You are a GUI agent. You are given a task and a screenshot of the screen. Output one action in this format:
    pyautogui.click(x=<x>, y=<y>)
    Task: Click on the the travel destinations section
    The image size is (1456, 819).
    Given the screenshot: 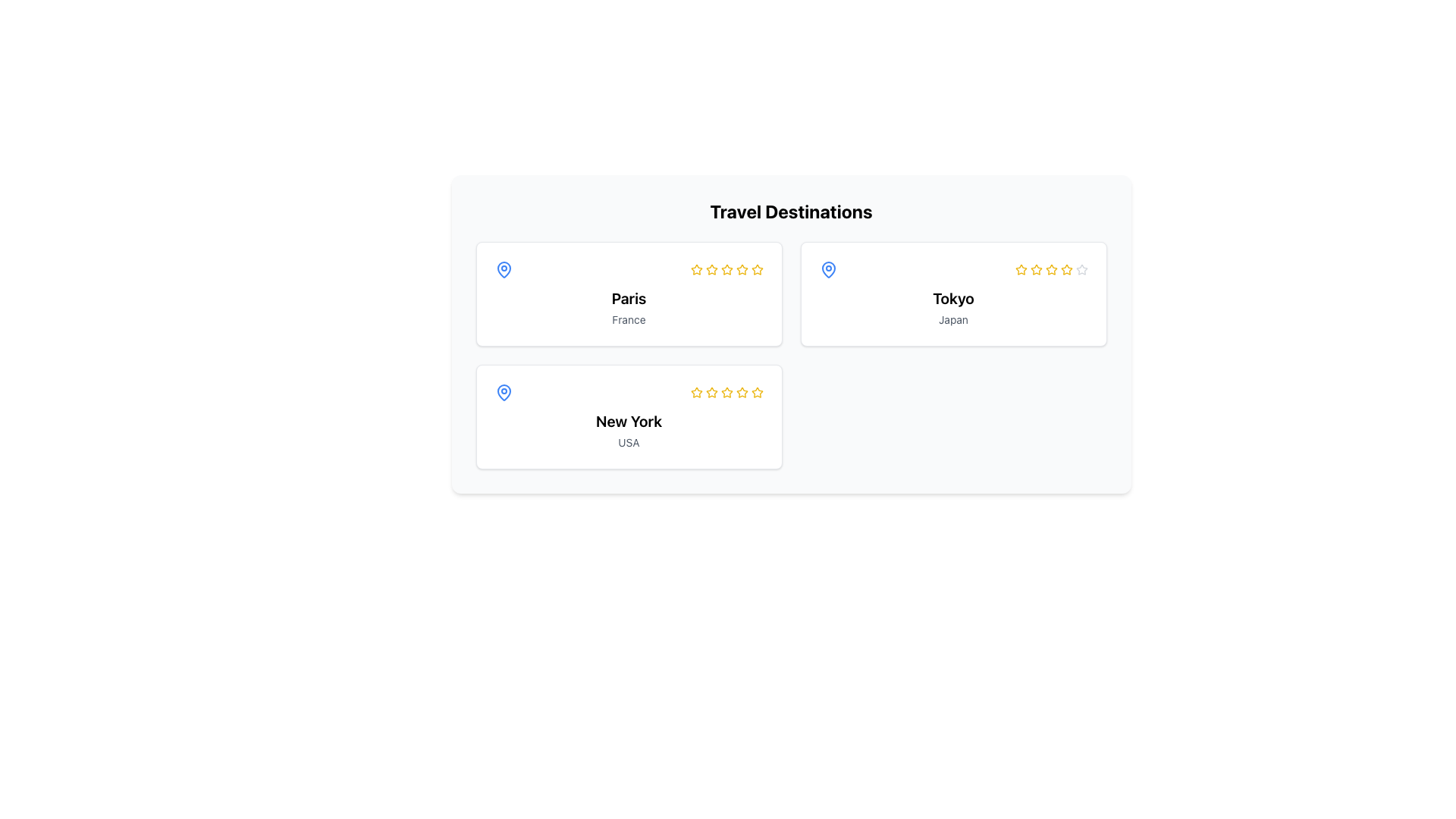 What is the action you would take?
    pyautogui.click(x=790, y=211)
    